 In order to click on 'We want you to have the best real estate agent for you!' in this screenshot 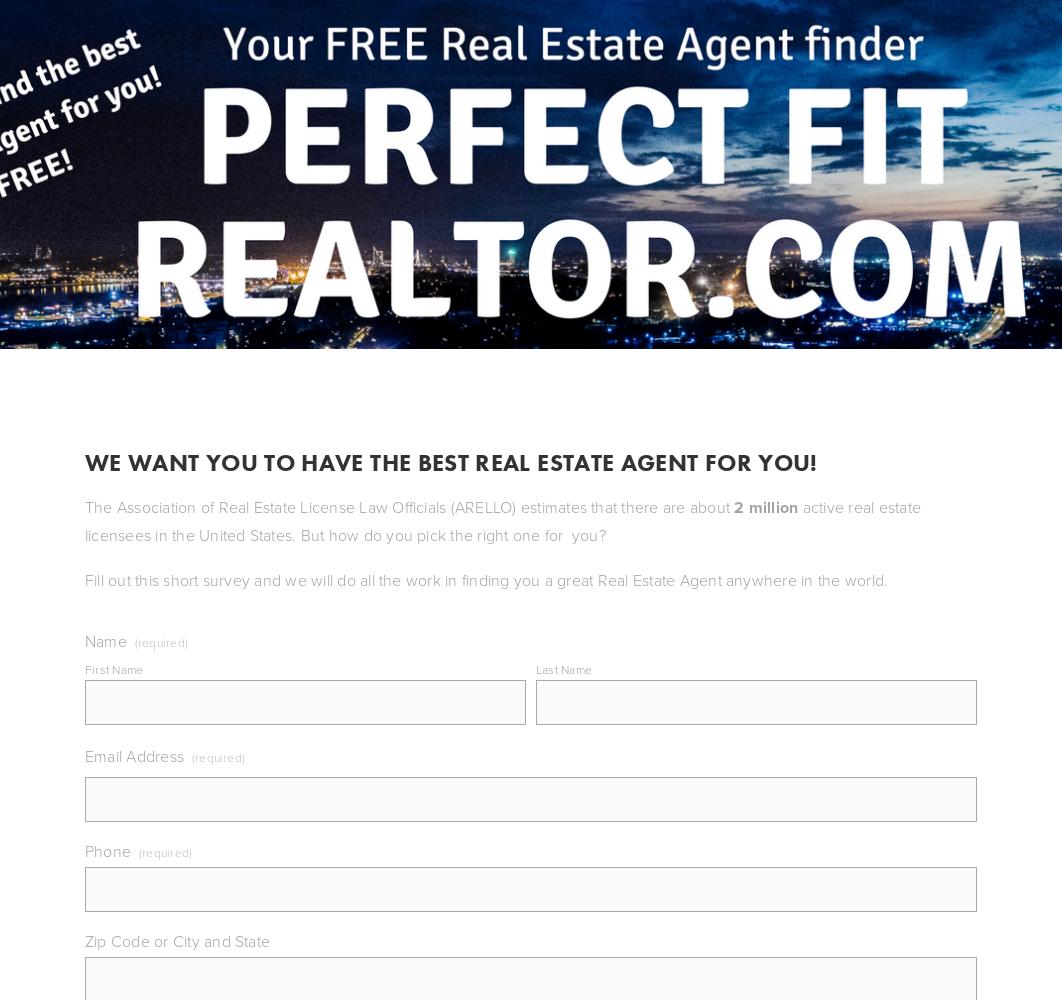, I will do `click(453, 460)`.